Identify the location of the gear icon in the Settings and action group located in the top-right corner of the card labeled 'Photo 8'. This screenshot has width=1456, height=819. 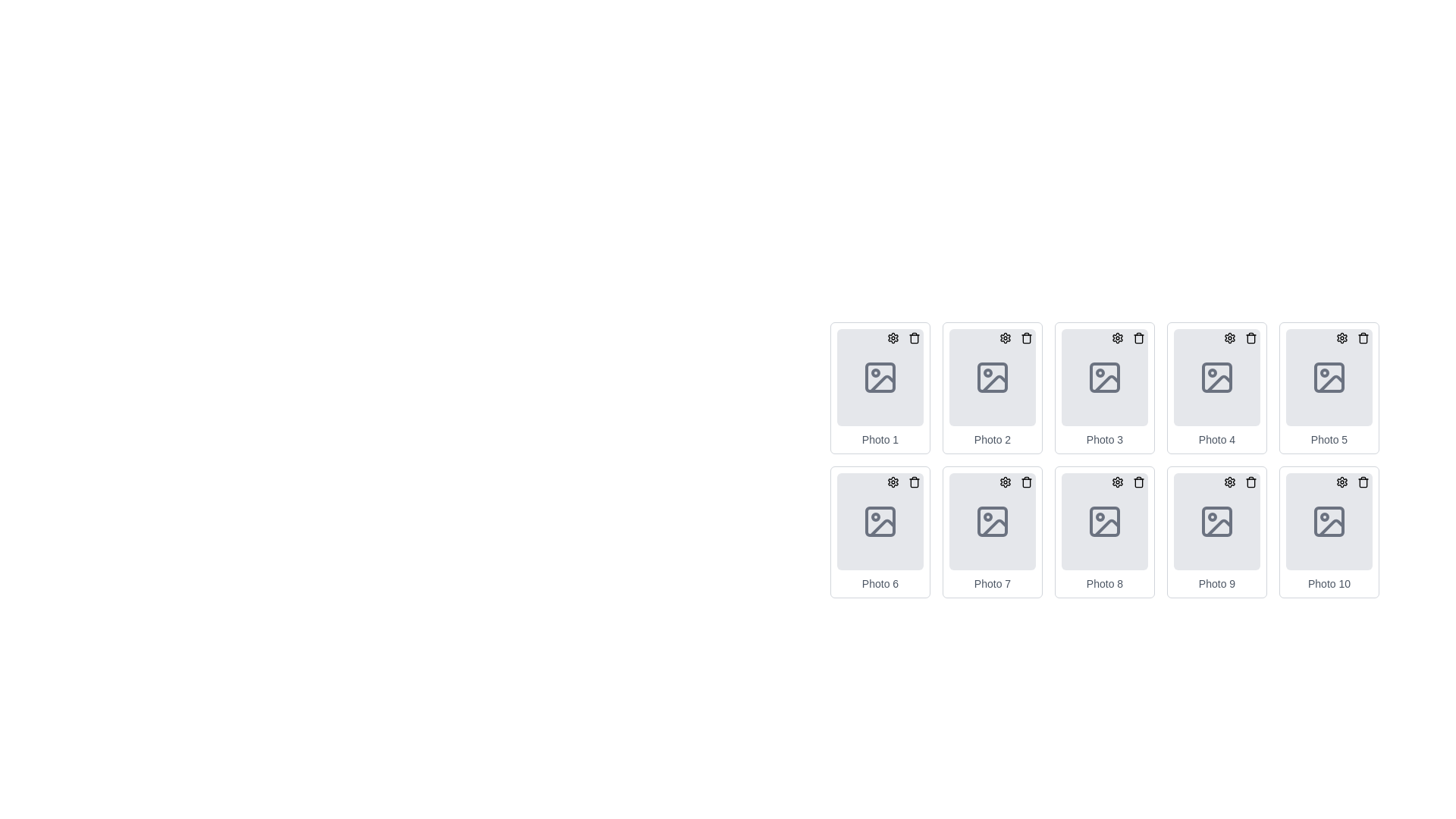
(1128, 482).